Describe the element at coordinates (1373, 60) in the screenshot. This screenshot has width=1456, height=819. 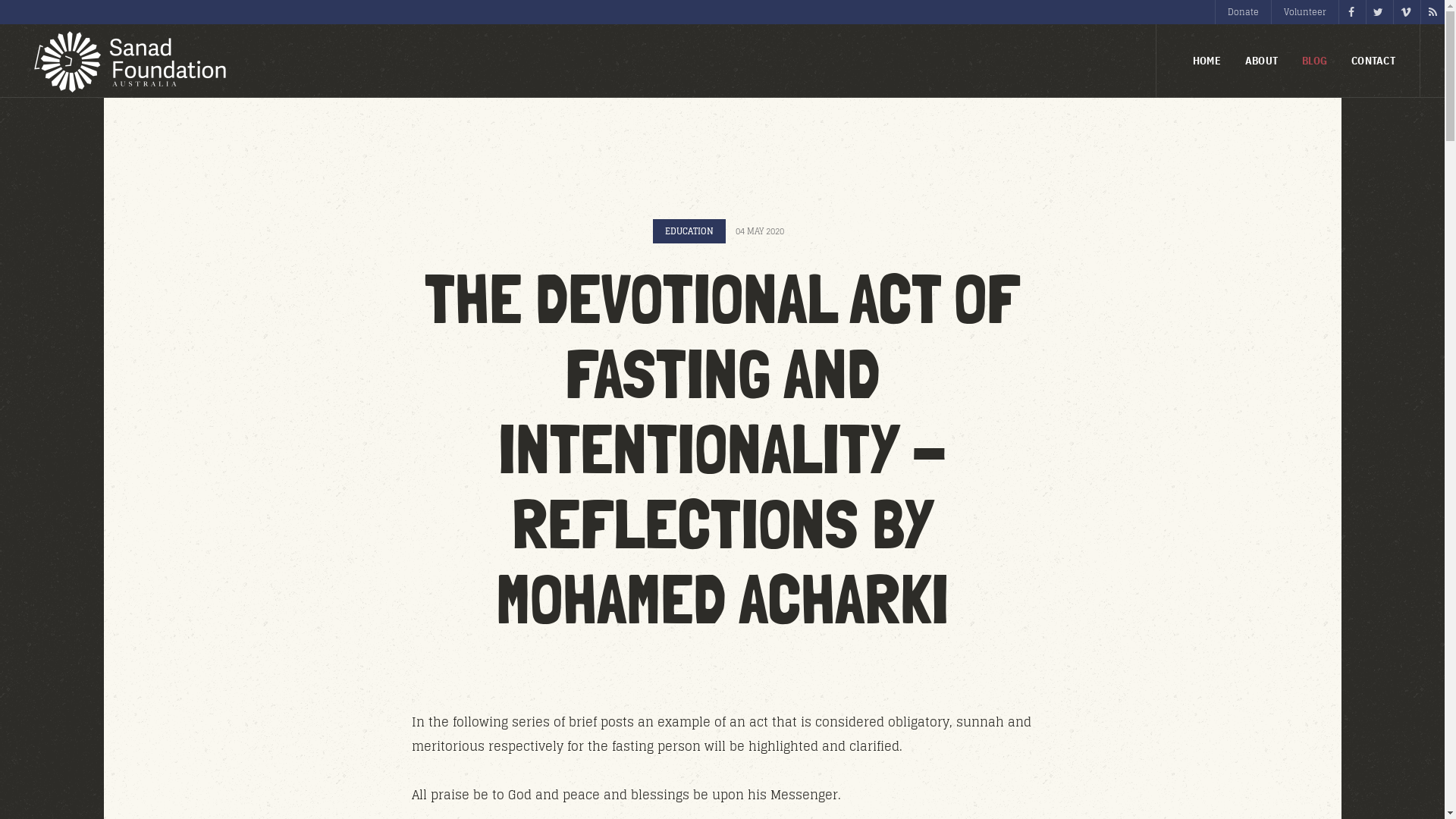
I see `'CONTACT'` at that location.